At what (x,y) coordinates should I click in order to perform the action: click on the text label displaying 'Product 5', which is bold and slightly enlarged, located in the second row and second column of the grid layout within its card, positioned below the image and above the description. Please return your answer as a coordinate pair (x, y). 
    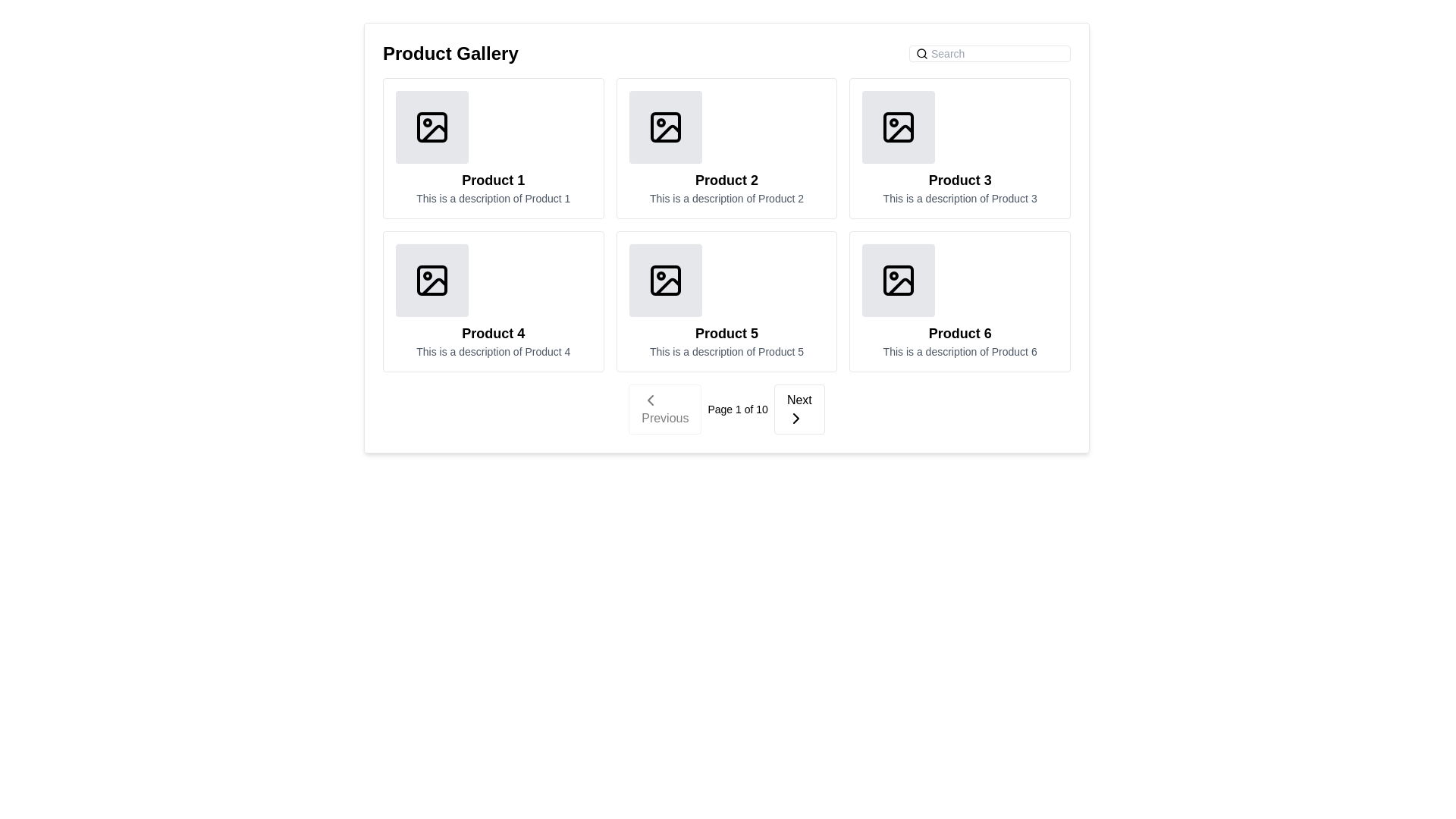
    Looking at the image, I should click on (726, 332).